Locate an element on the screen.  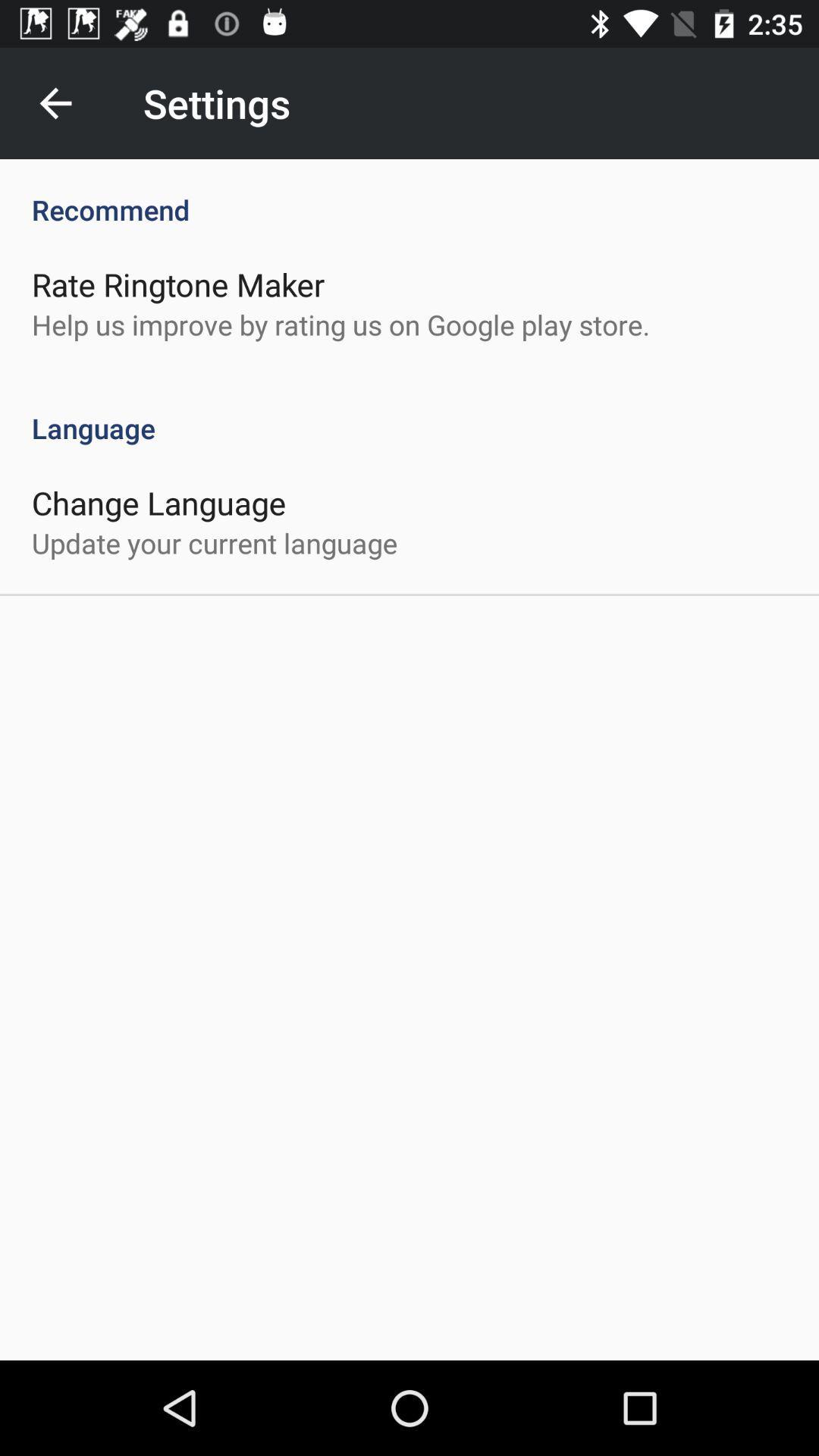
recommend is located at coordinates (409, 193).